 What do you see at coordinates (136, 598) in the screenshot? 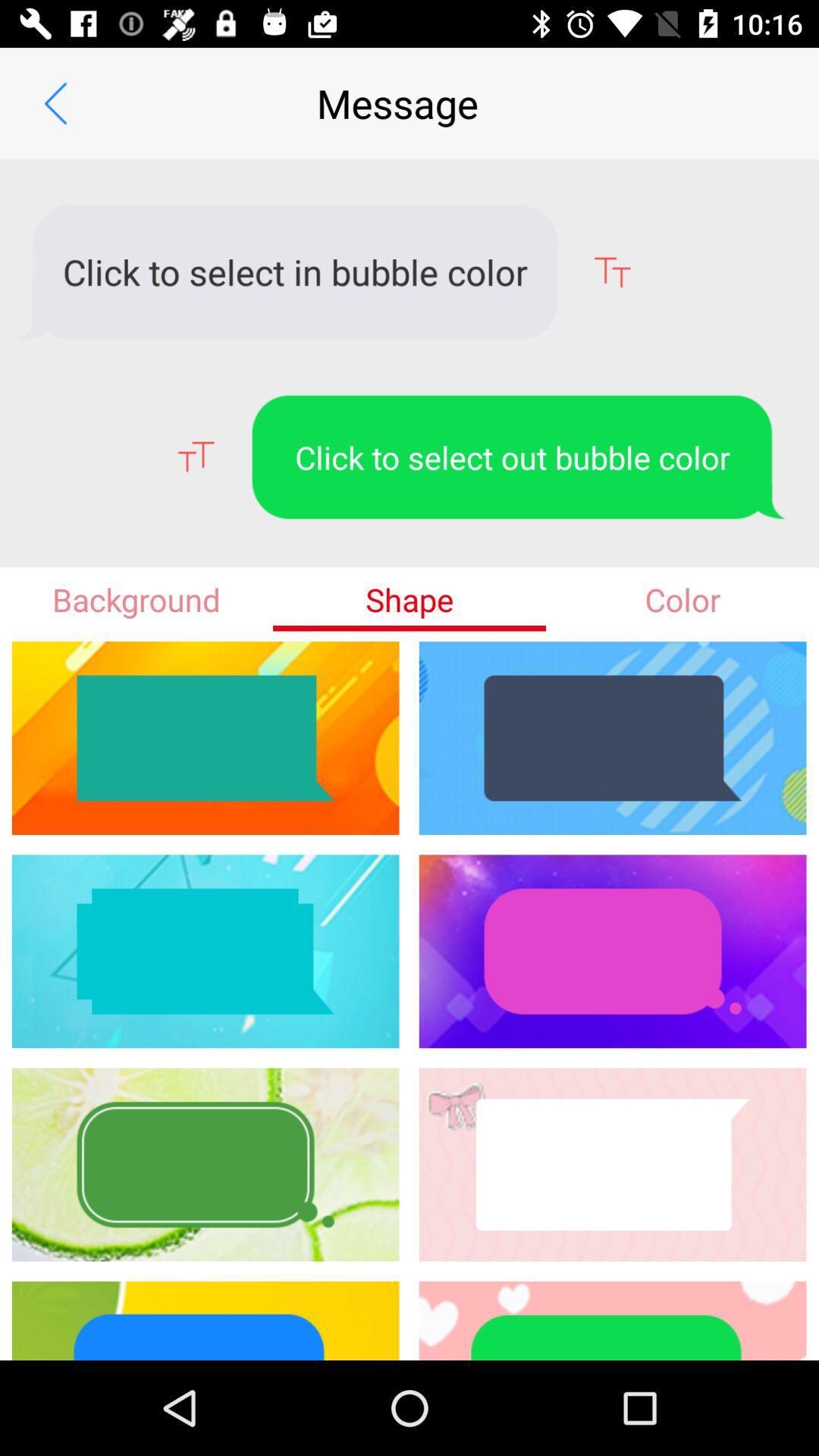
I see `the background item` at bounding box center [136, 598].